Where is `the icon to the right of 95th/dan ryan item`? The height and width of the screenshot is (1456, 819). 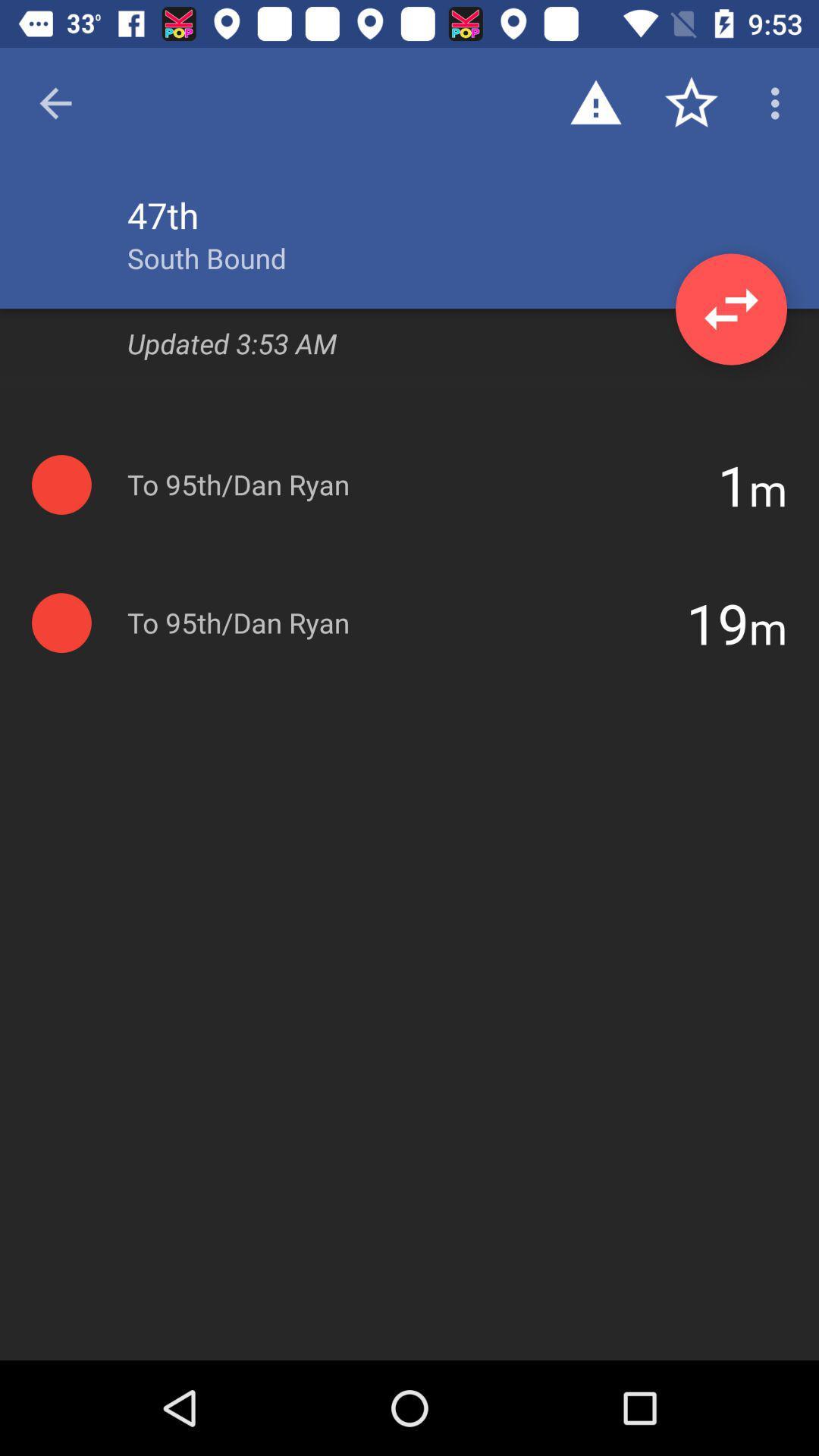 the icon to the right of 95th/dan ryan item is located at coordinates (733, 484).